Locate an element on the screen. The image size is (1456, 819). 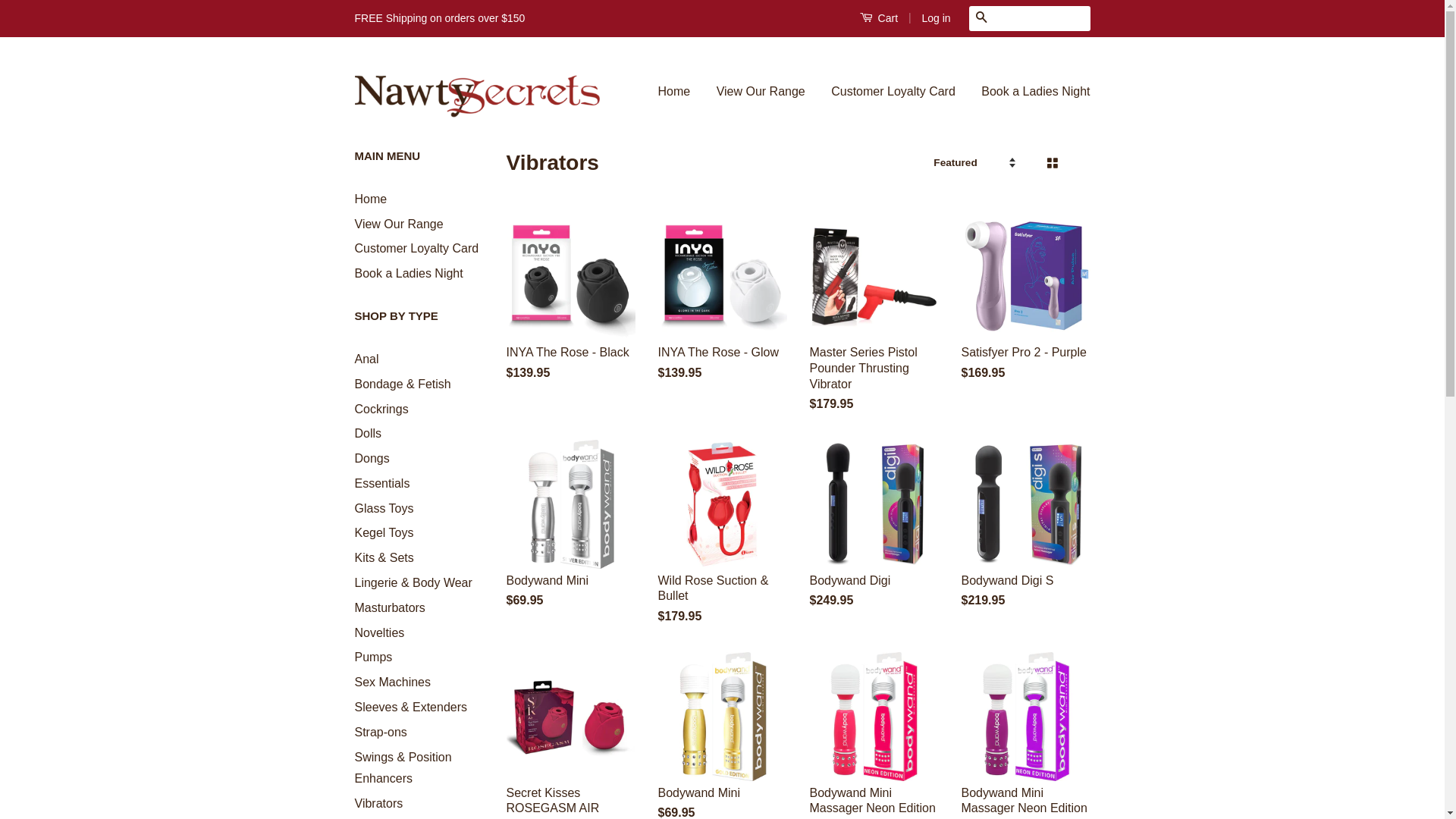
'Master Series Pistol Pounder Thrusting Vibrator is located at coordinates (874, 325).